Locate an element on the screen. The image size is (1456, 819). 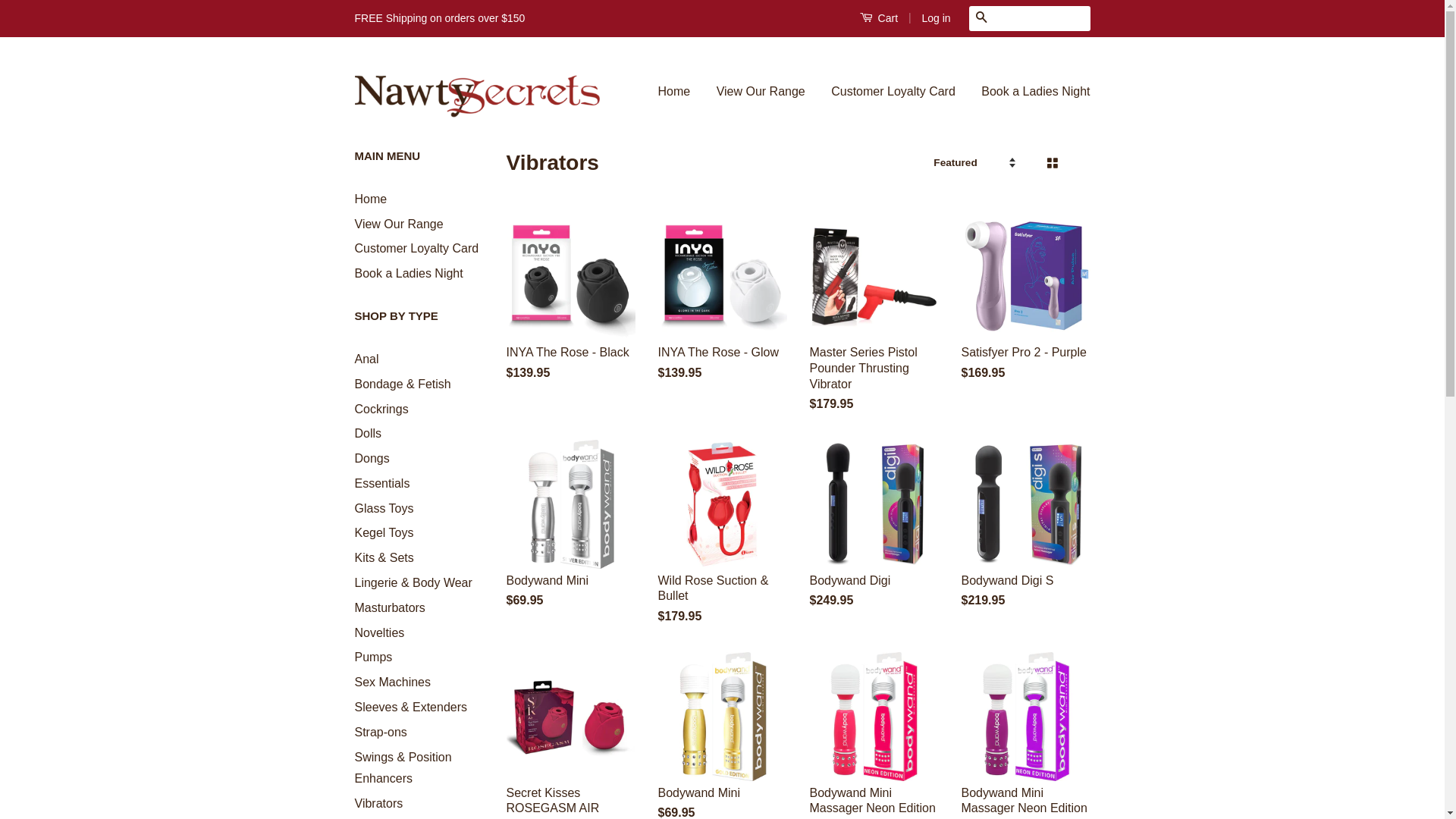
'Master Series Pistol Pounder Thrusting Vibrator is located at coordinates (874, 325).